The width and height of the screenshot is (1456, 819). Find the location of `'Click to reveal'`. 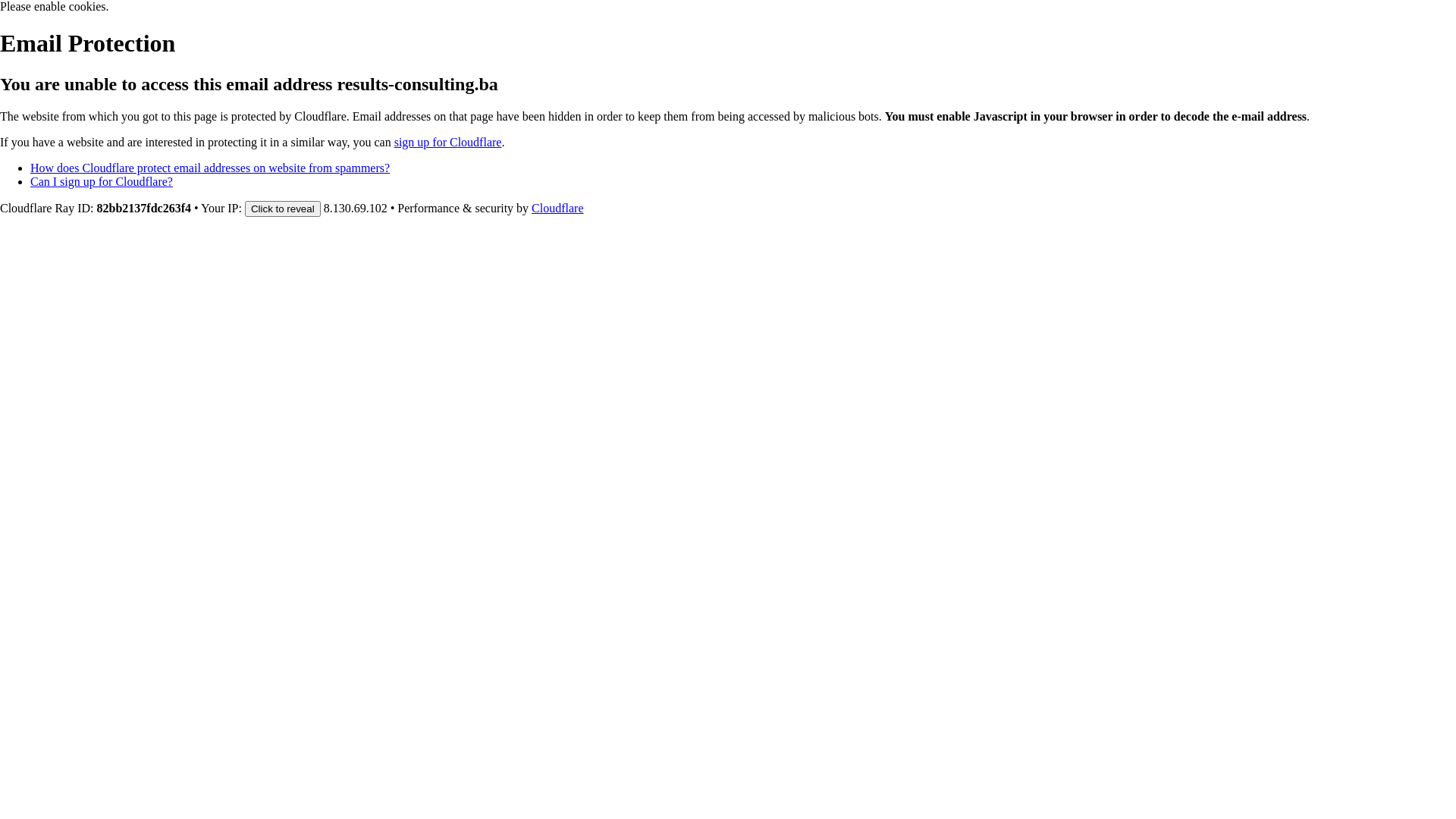

'Click to reveal' is located at coordinates (283, 209).